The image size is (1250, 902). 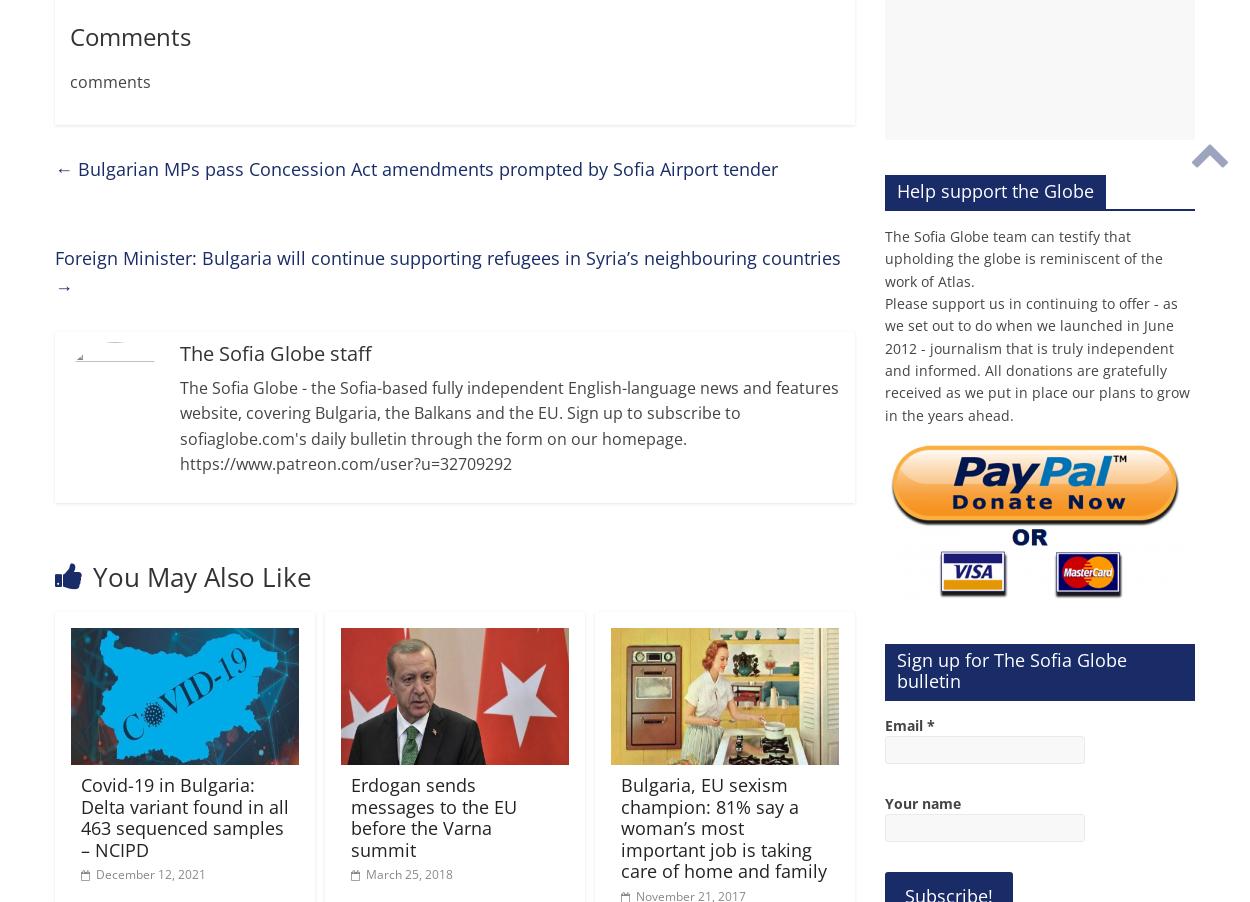 I want to click on 'Please support us in continuing to offer - as we set out to do when we launched in June 2012 - journalism that is truly independent and informed. All donations are gratefully received as we put in place our plans to grow in the years ahead.', so click(x=1037, y=357).